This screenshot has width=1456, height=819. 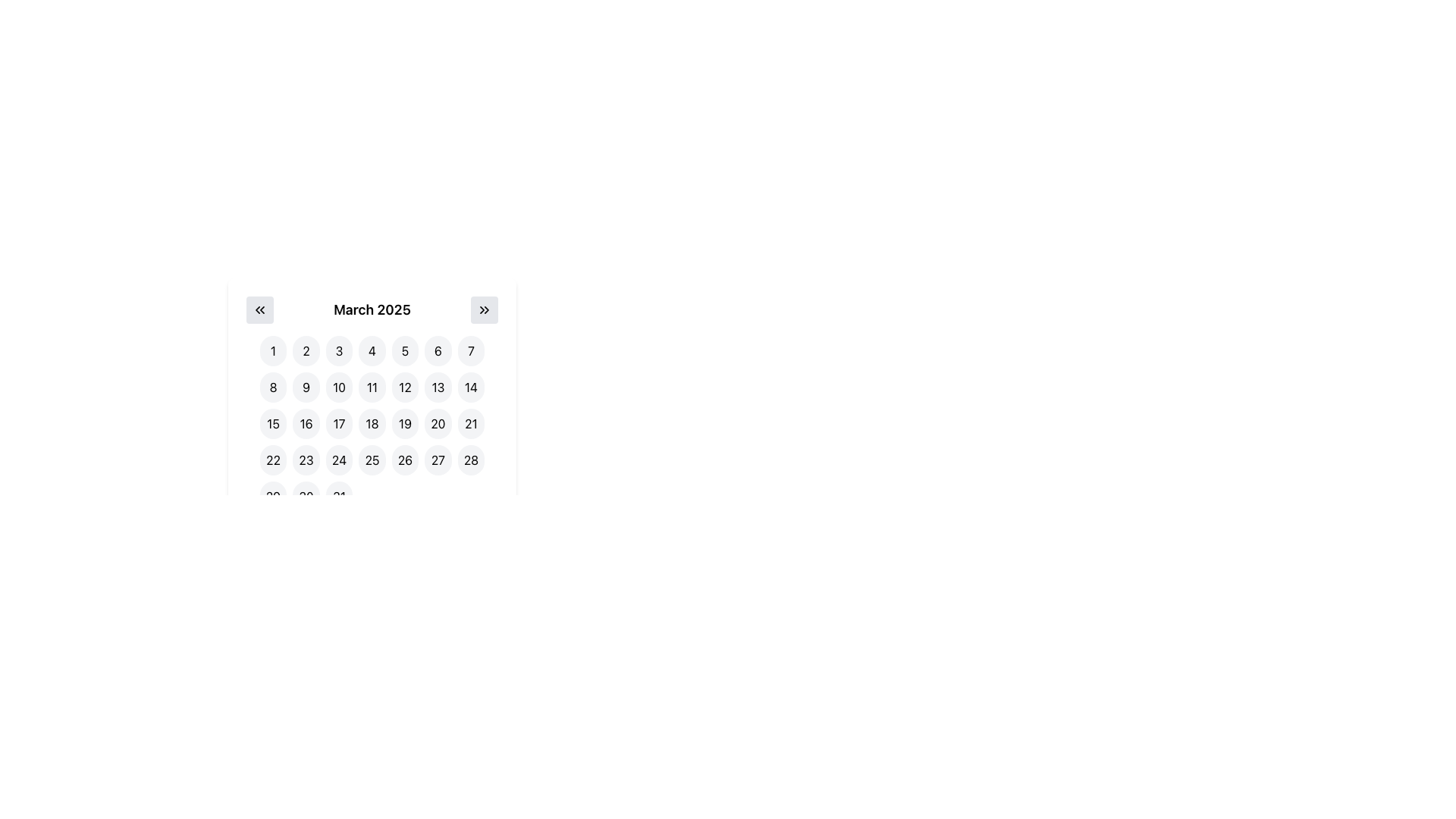 What do you see at coordinates (437, 424) in the screenshot?
I see `the circular button displaying '20' in black, located in the third row and sixth column of the calendar under 'March 2025'` at bounding box center [437, 424].